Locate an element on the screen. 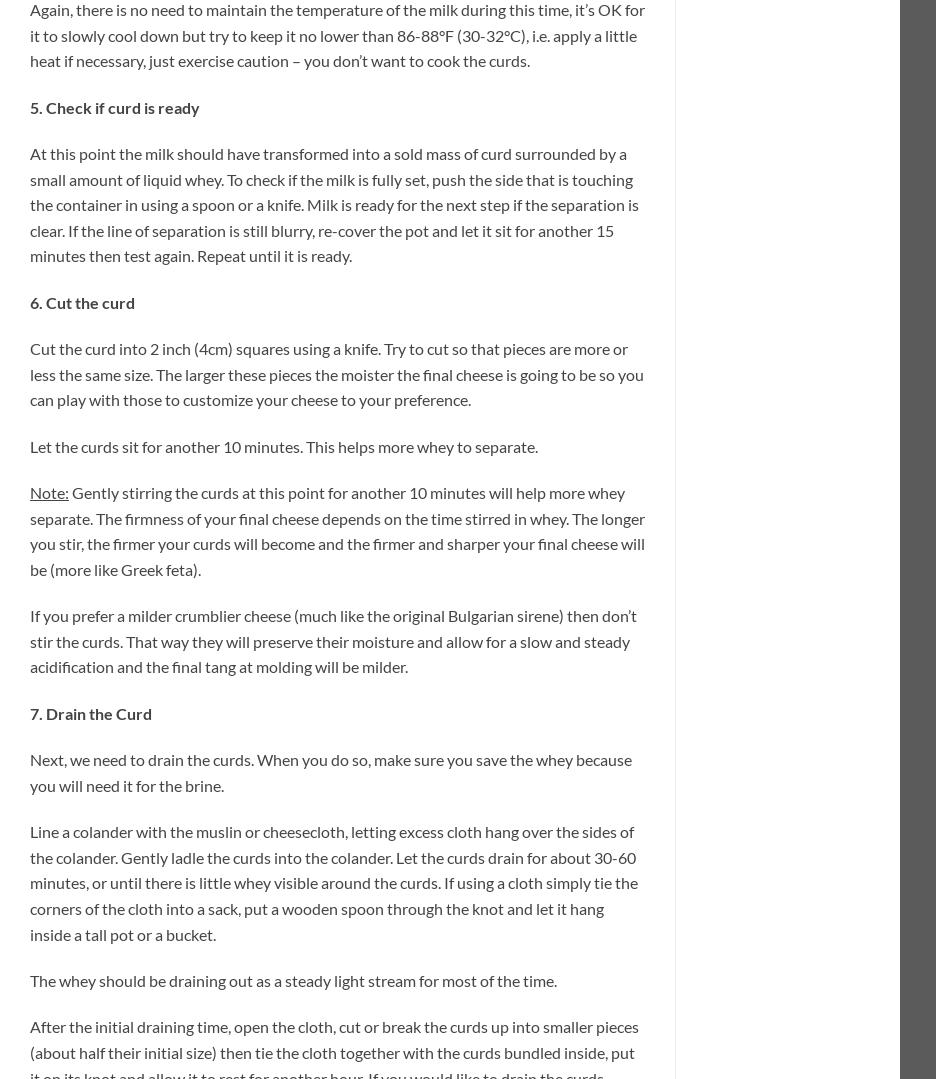 This screenshot has height=1079, width=936. 'Cut the curd into 2 inch (4cm) squares using a knife. Try to cut so that pieces are more or less the same size. The larger these pieces the moister the final cheese is going to be so you can play with those to customize your cheese to your preference.' is located at coordinates (29, 373).